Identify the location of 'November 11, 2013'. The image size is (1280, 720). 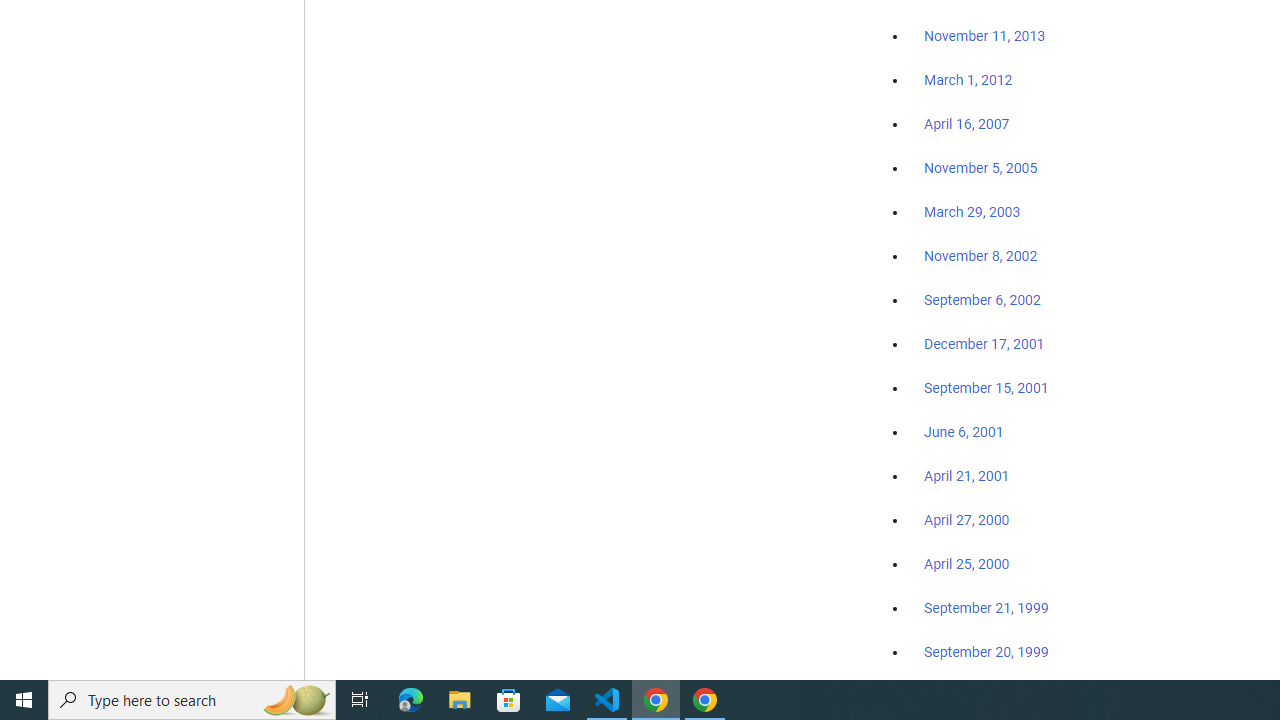
(984, 37).